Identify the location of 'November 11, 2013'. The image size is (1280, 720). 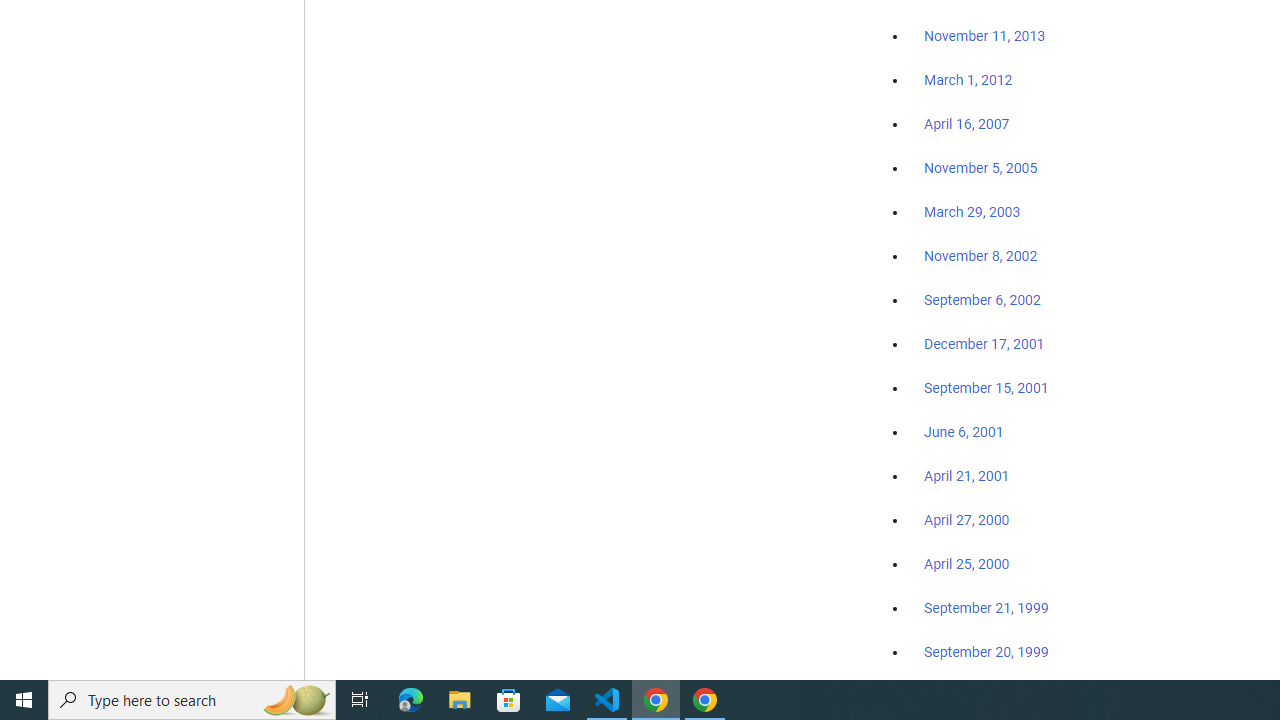
(984, 37).